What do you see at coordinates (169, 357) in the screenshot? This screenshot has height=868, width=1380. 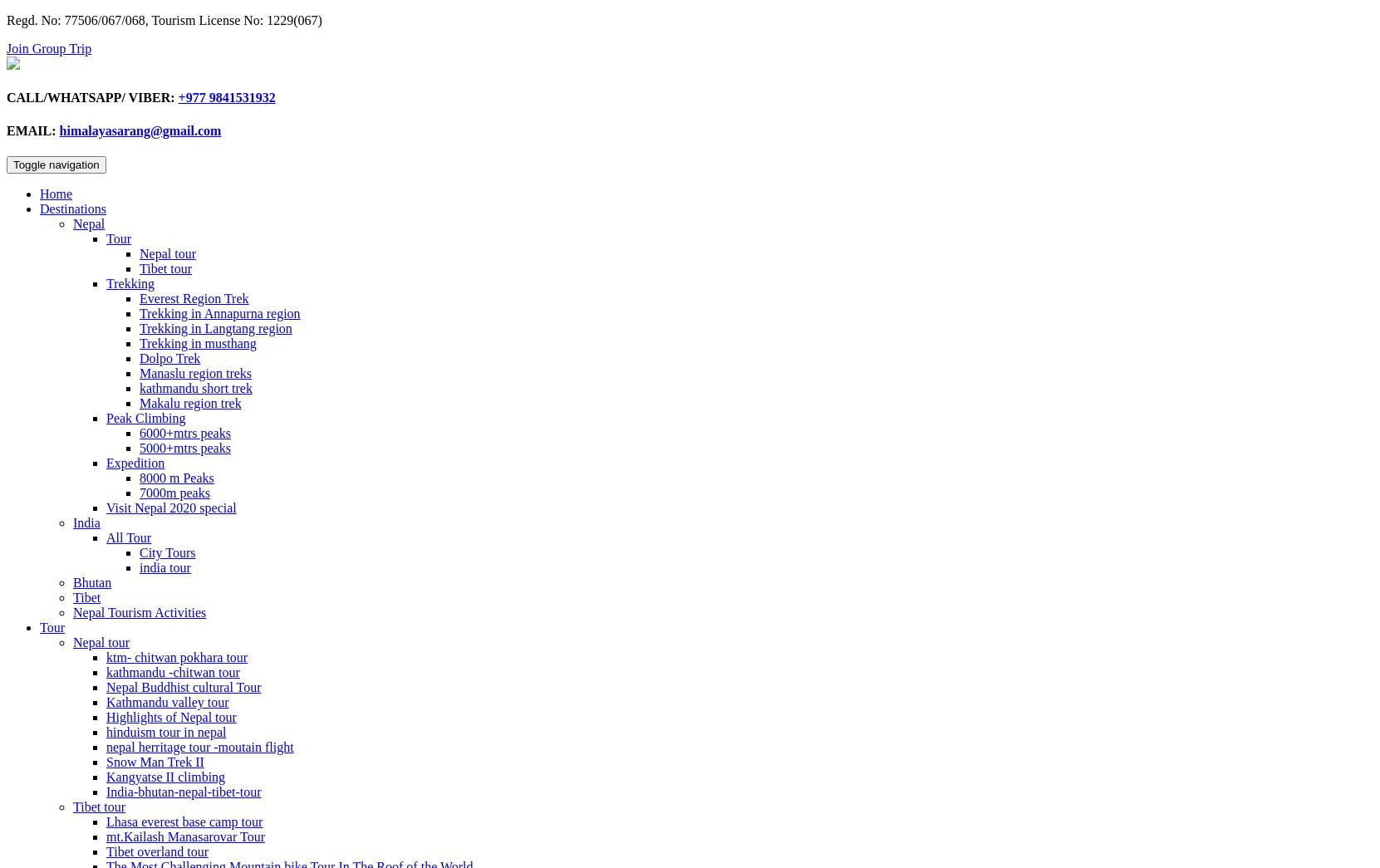 I see `'Dolpo Trek'` at bounding box center [169, 357].